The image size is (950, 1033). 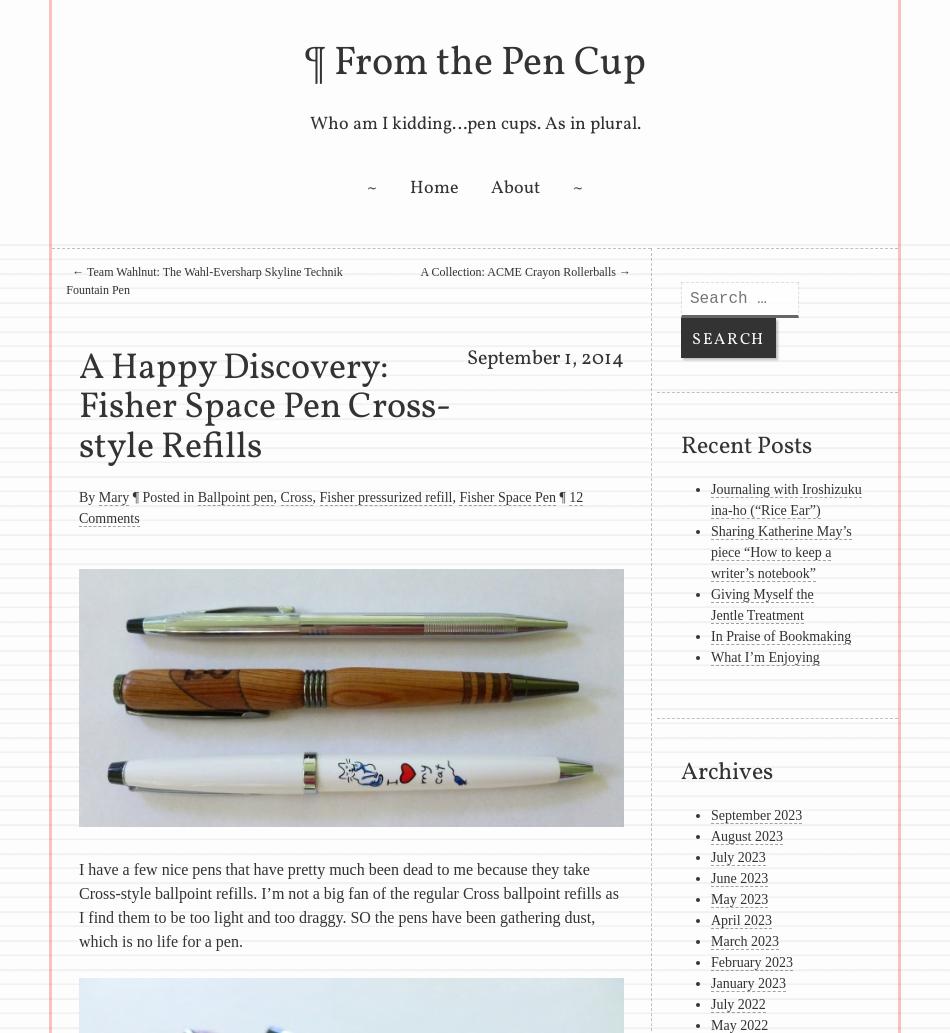 I want to click on 'Archives', so click(x=724, y=771).